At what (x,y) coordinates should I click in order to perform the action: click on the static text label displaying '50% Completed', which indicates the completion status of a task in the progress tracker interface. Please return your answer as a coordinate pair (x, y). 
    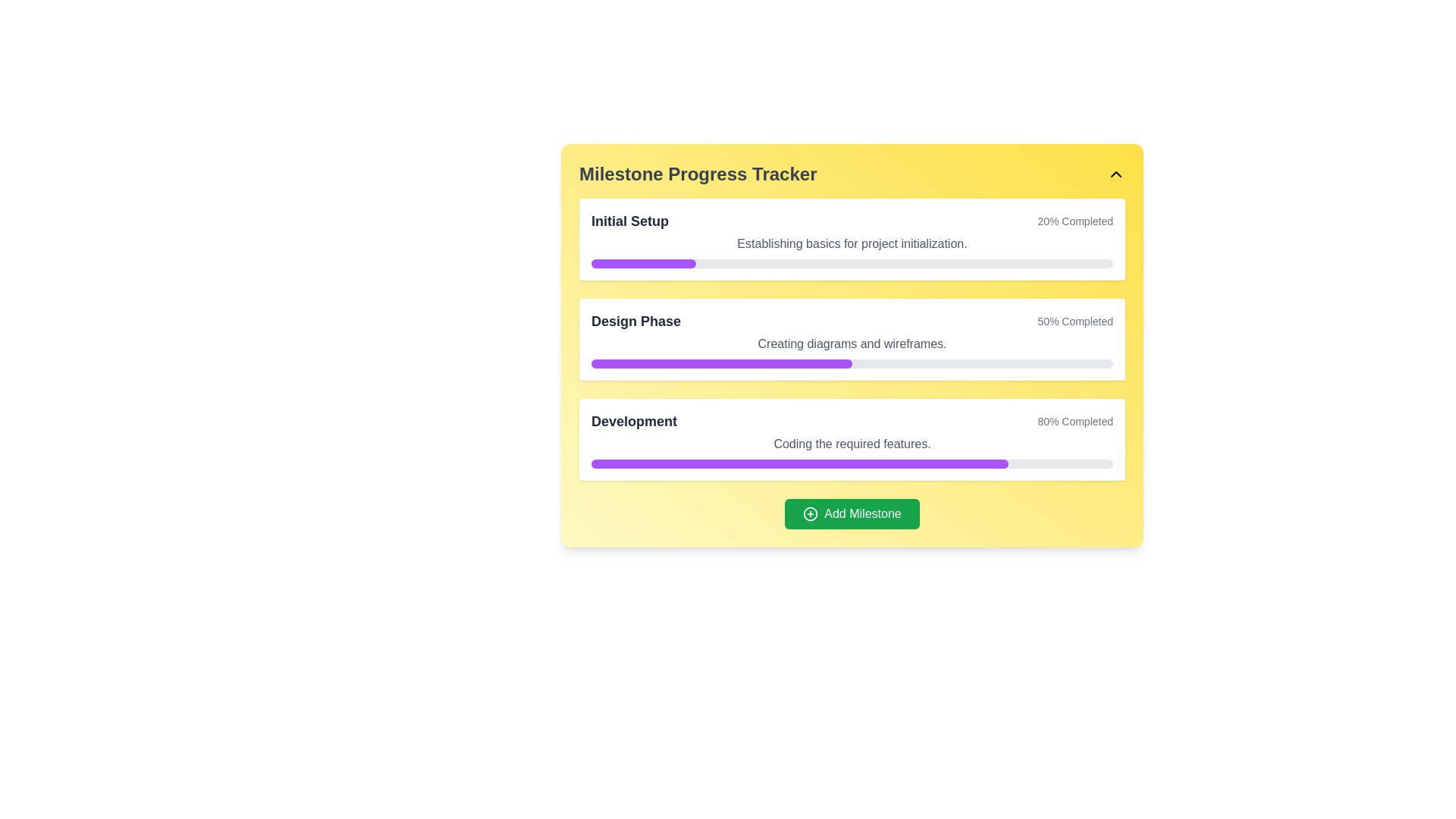
    Looking at the image, I should click on (1075, 321).